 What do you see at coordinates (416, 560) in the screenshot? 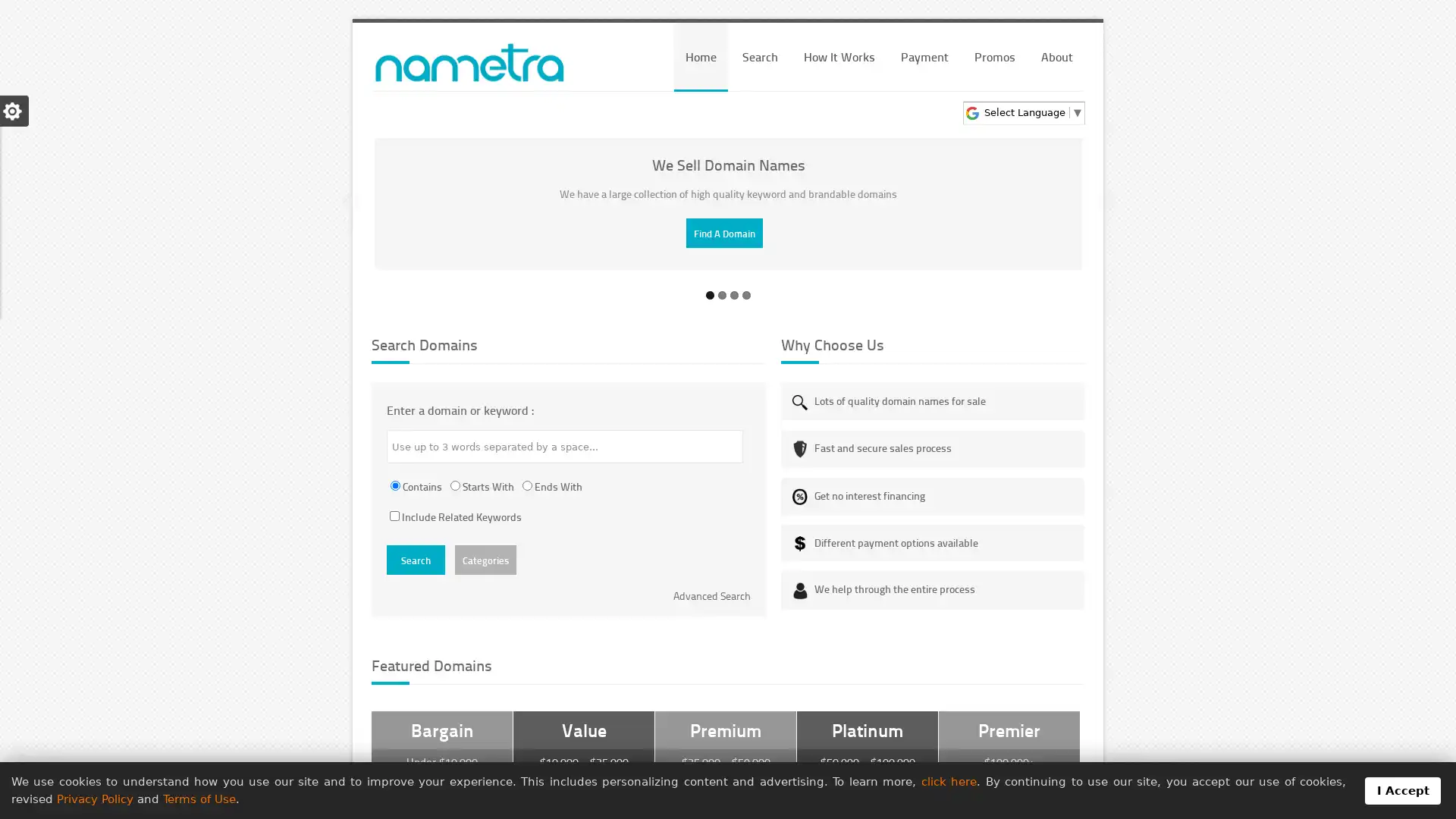
I see `Search` at bounding box center [416, 560].